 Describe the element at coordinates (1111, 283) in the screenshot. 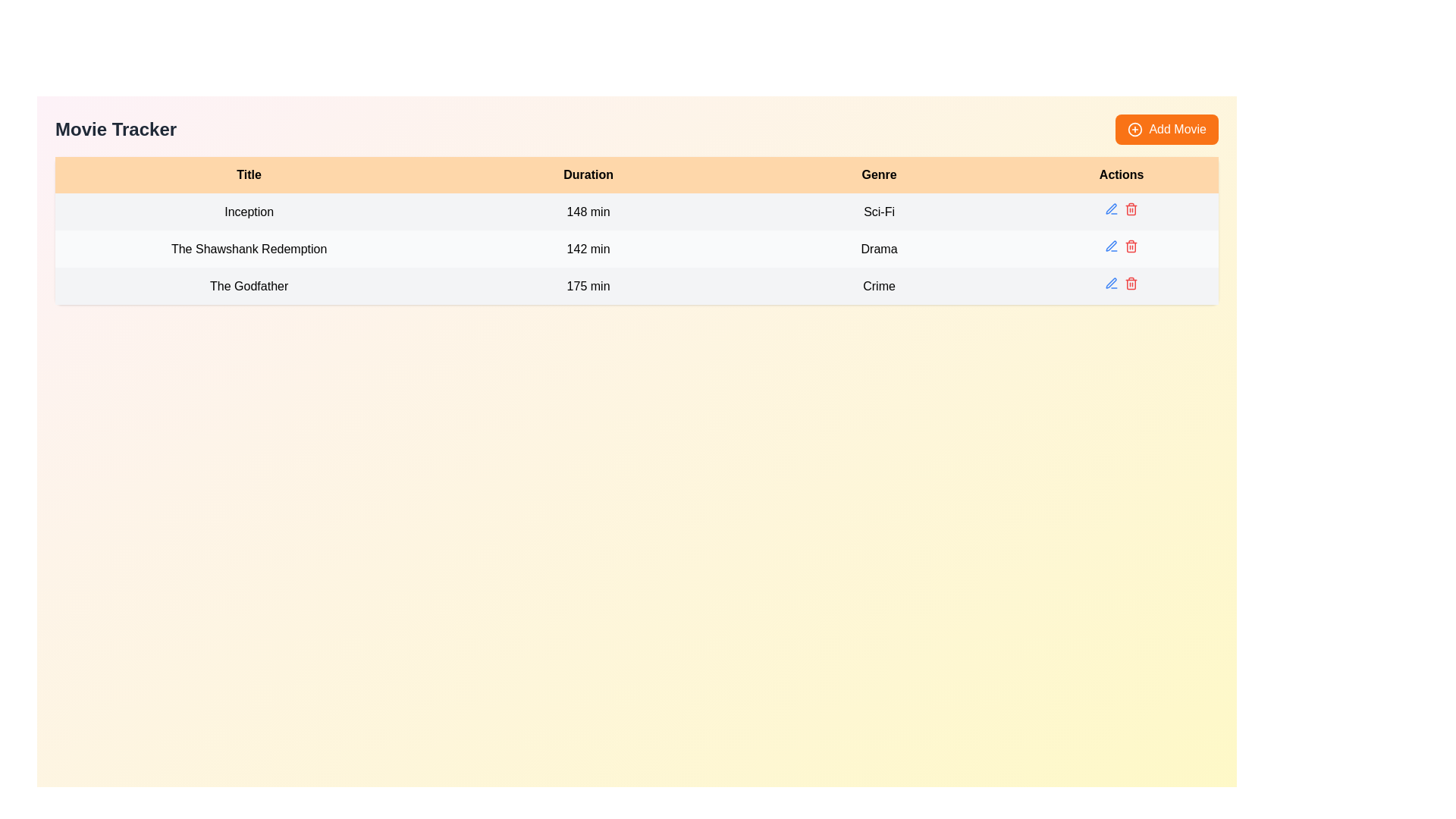

I see `the pen icon in the 'Actions' column of the third row in the table` at that location.